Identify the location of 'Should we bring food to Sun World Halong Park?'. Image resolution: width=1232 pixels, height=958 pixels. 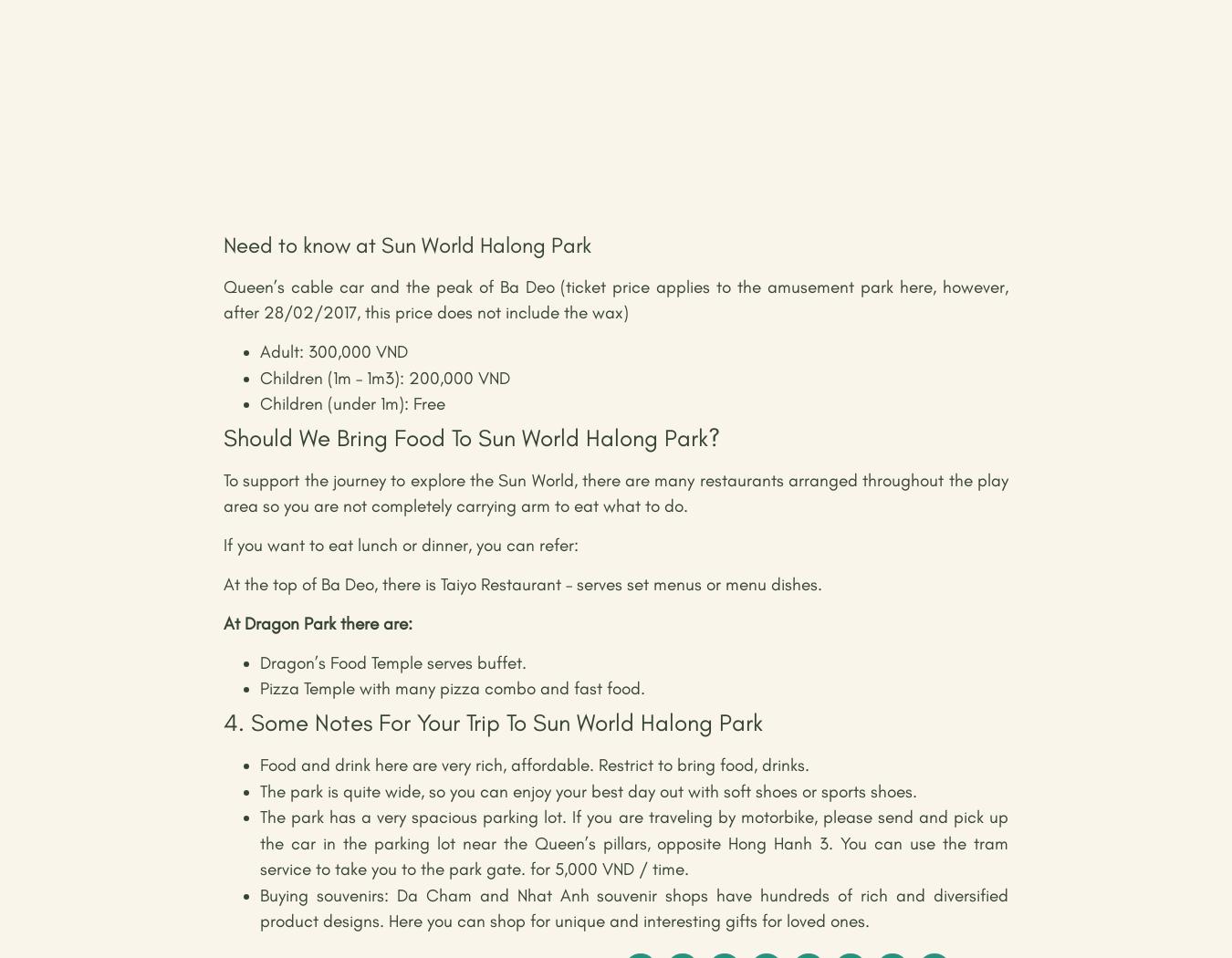
(471, 437).